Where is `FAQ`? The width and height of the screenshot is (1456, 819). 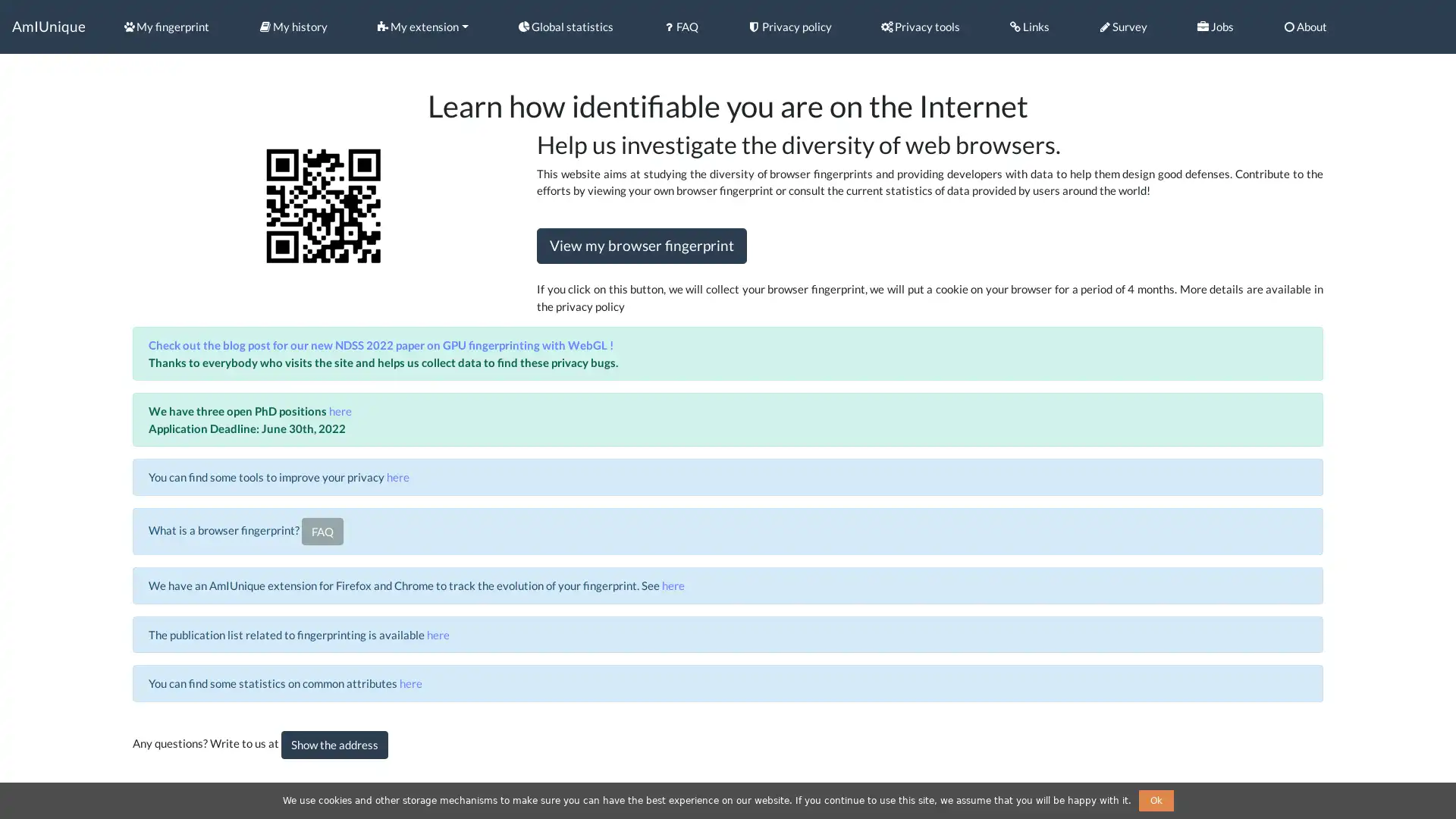 FAQ is located at coordinates (321, 530).